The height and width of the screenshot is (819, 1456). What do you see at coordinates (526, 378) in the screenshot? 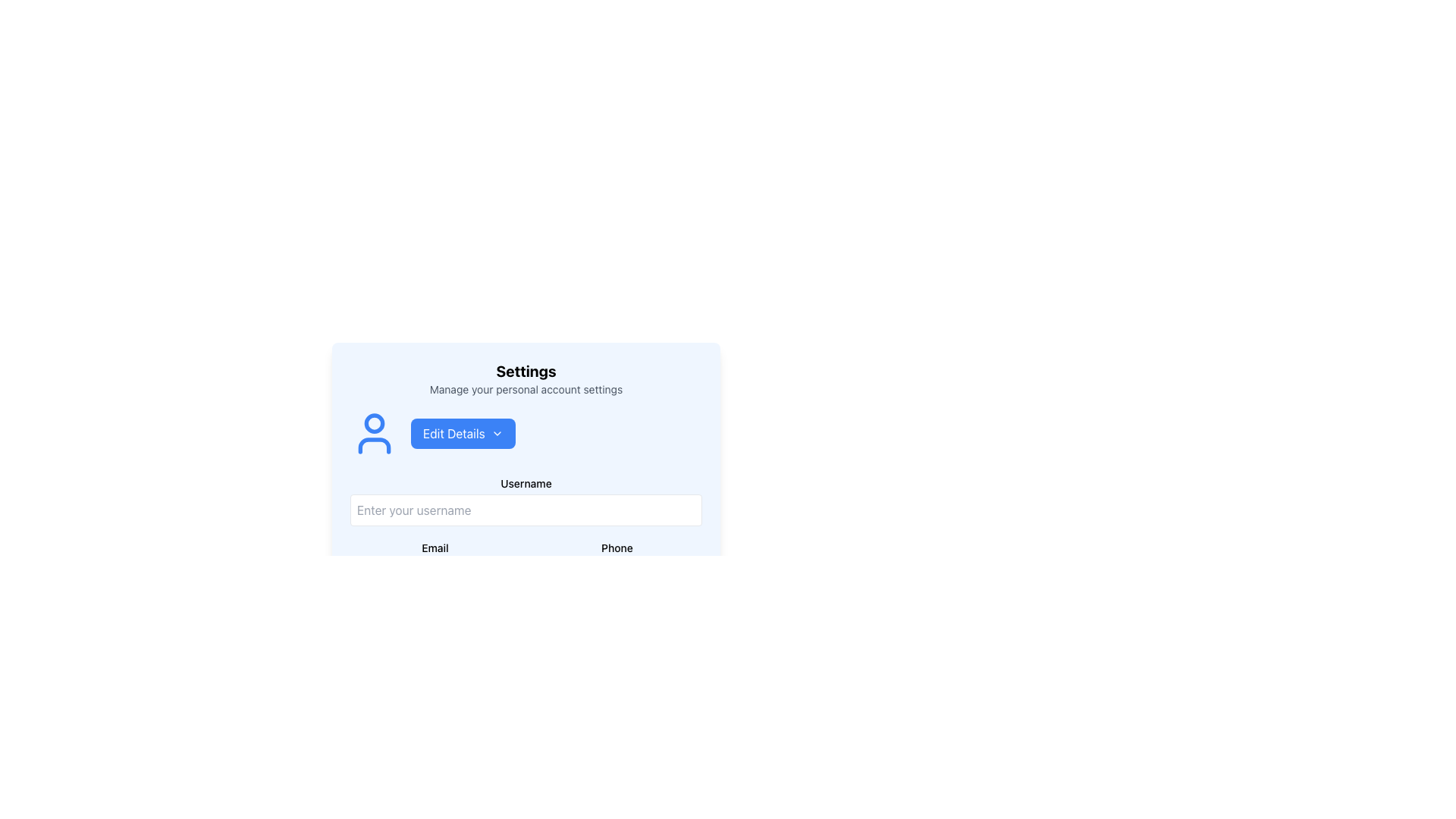
I see `header content of the text block labeled 'Settings' which includes a title in bold and a subtitle about managing personal account settings` at bounding box center [526, 378].